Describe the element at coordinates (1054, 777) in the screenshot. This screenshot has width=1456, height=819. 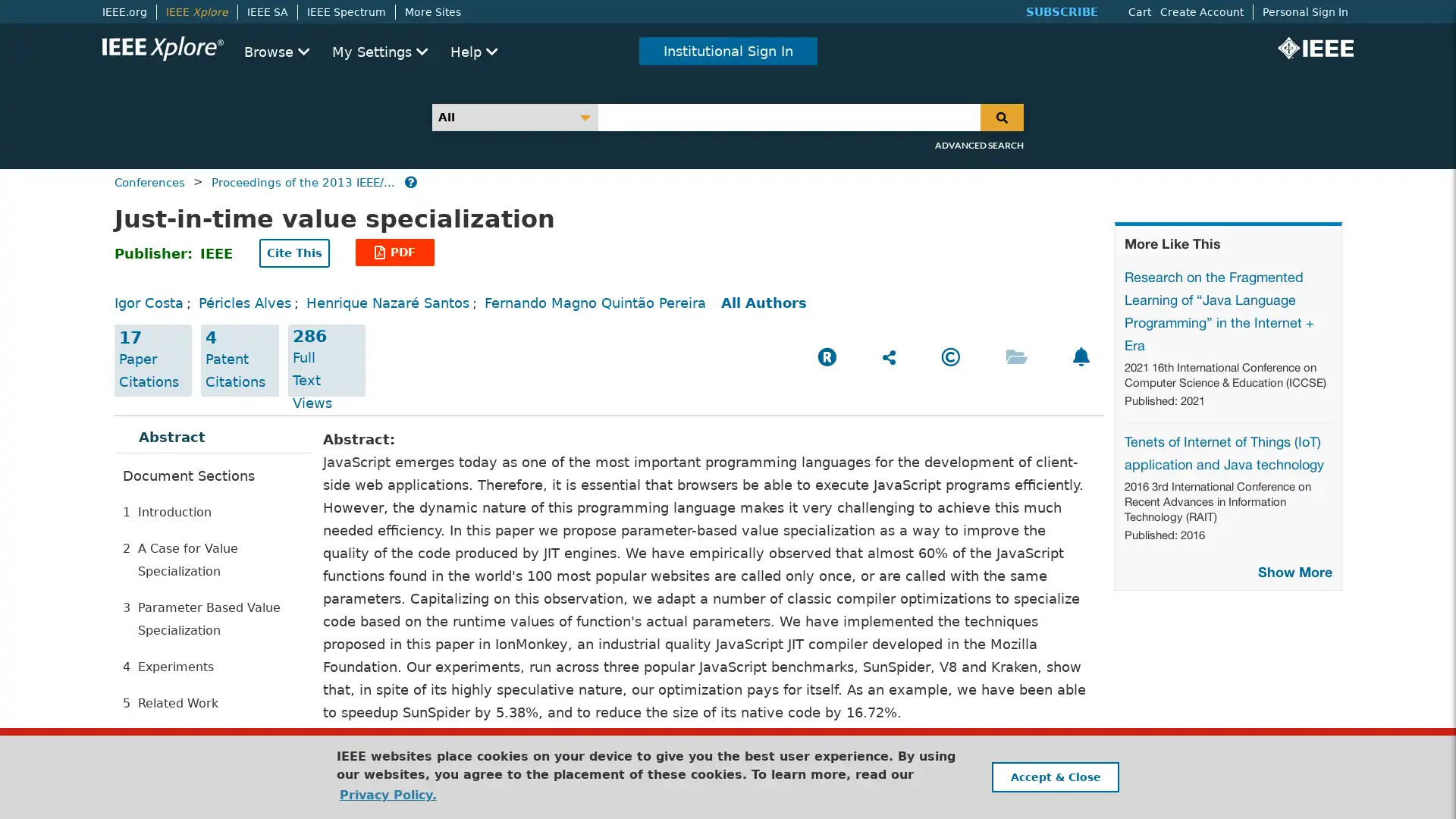
I see `dismiss cookie message` at that location.